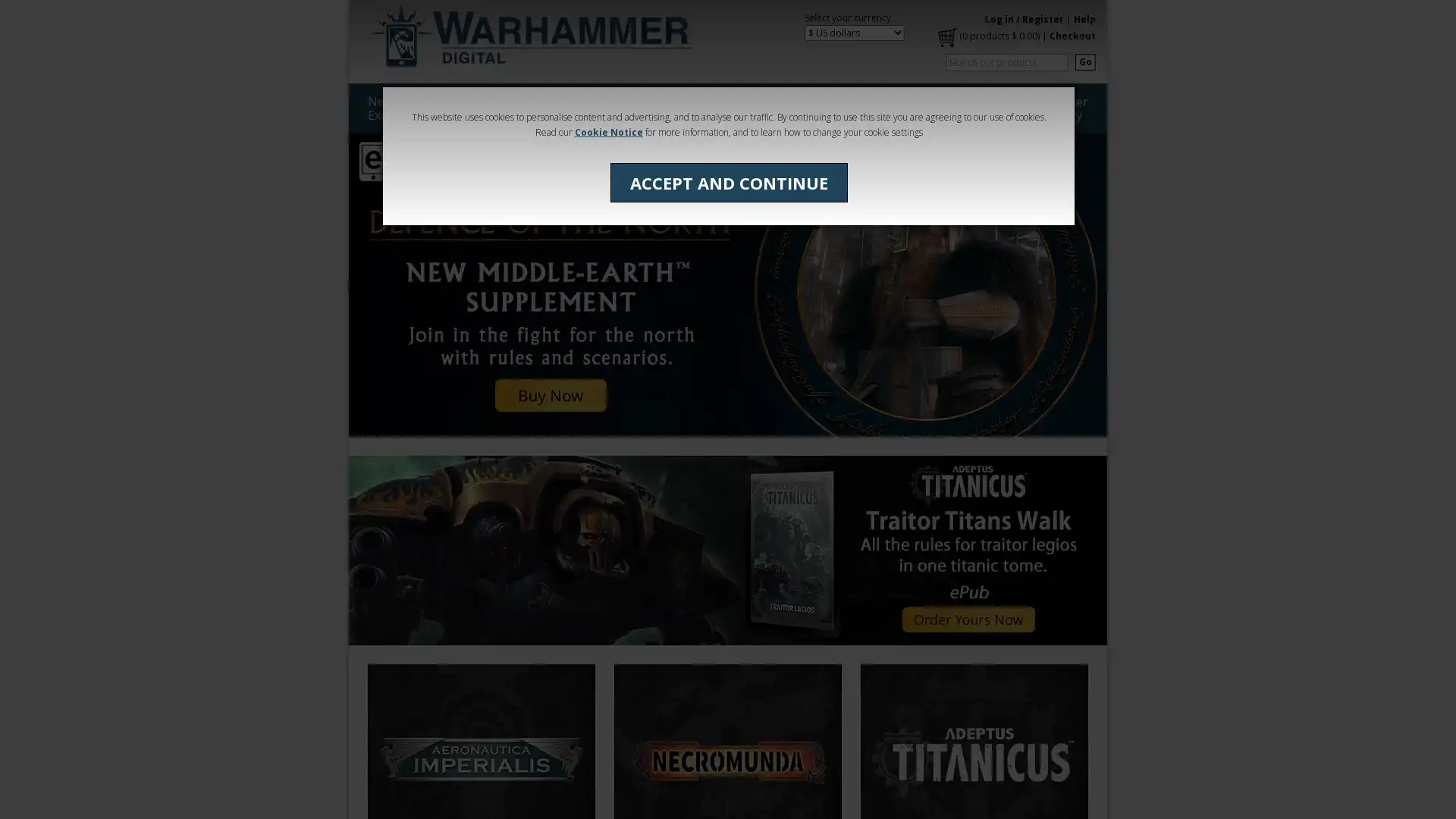  Describe the element at coordinates (728, 181) in the screenshot. I see `ACCEPT AND CONTINUE` at that location.